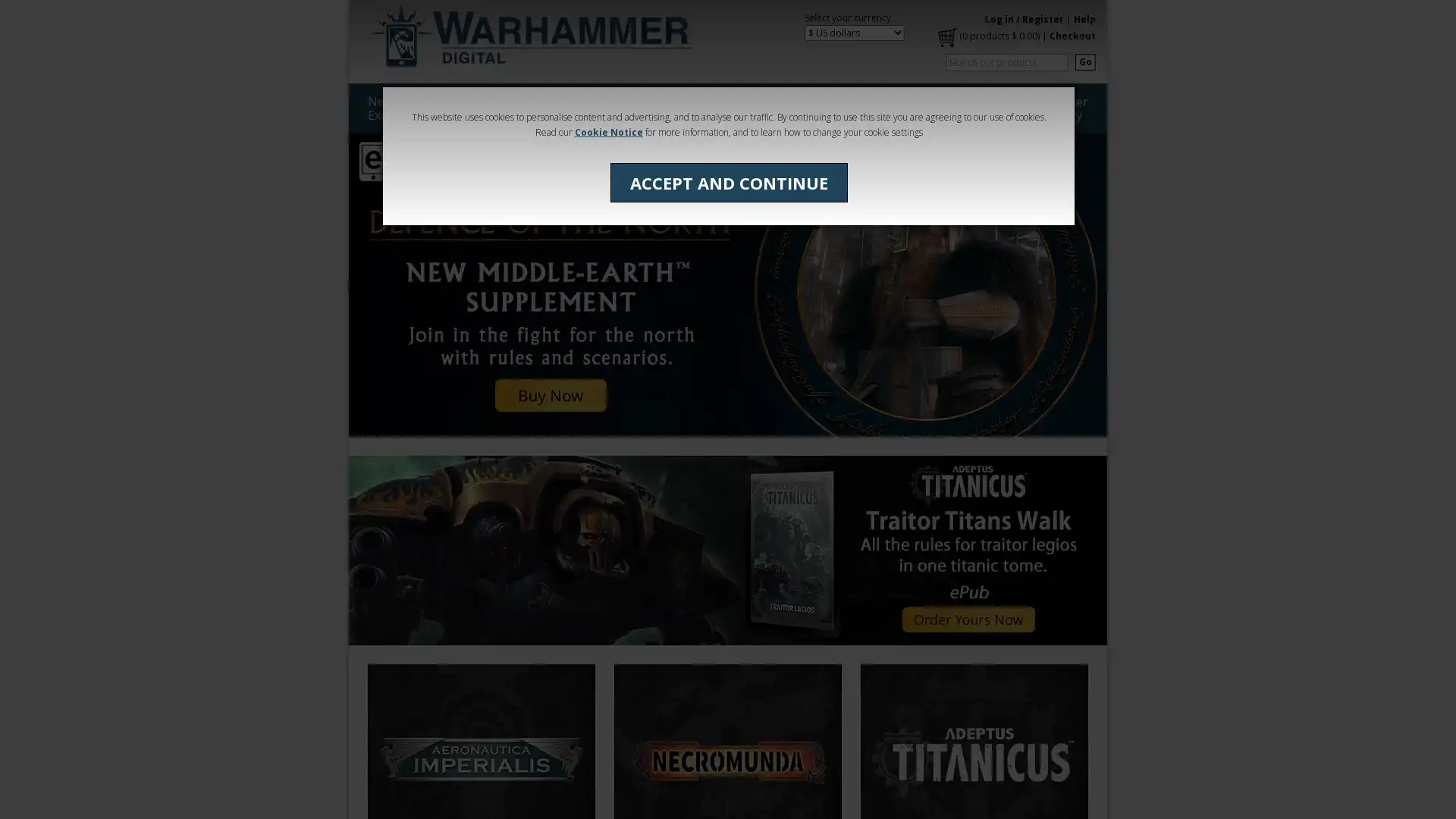  Describe the element at coordinates (728, 181) in the screenshot. I see `ACCEPT AND CONTINUE` at that location.